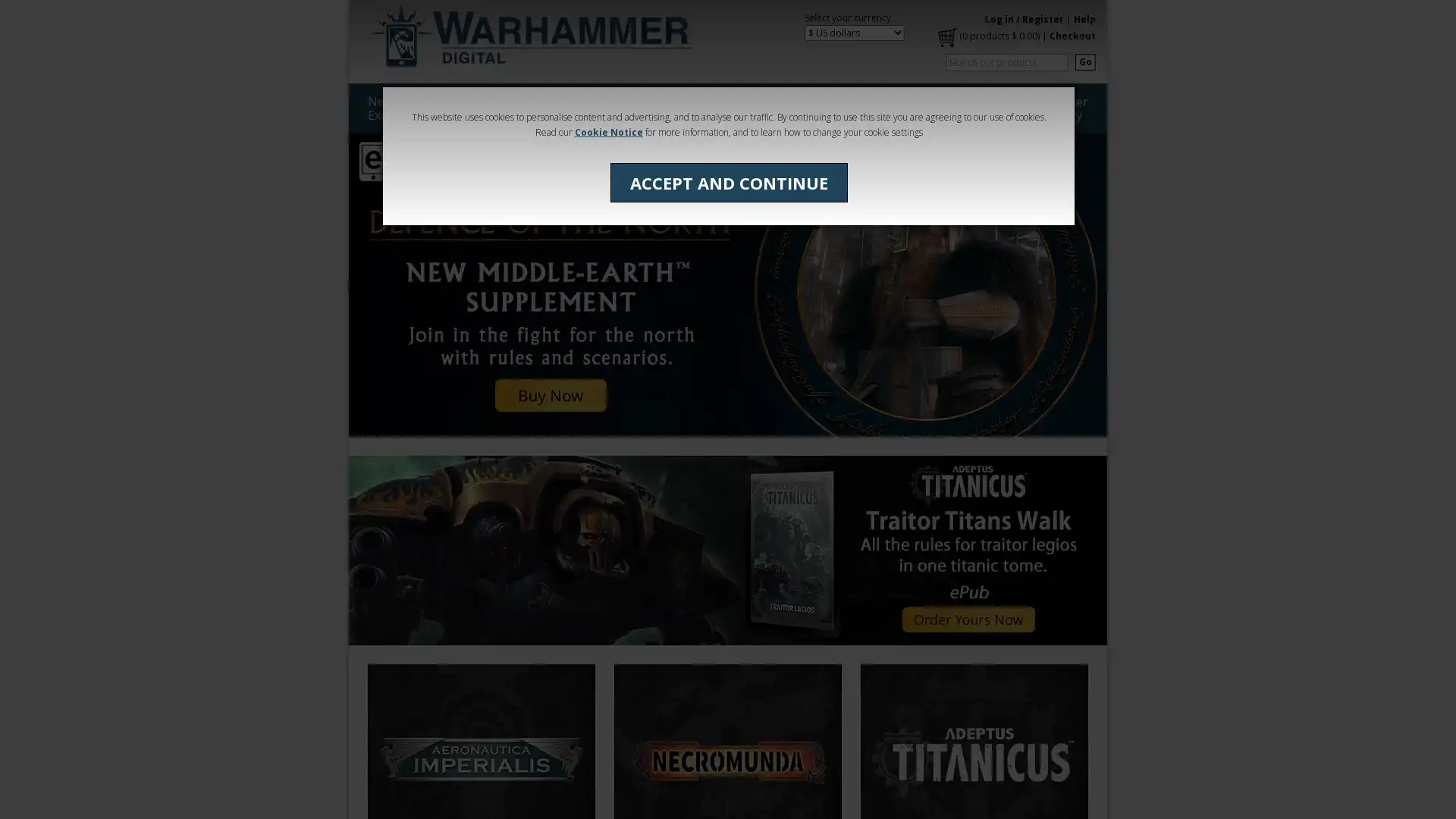  Describe the element at coordinates (728, 181) in the screenshot. I see `ACCEPT AND CONTINUE` at that location.